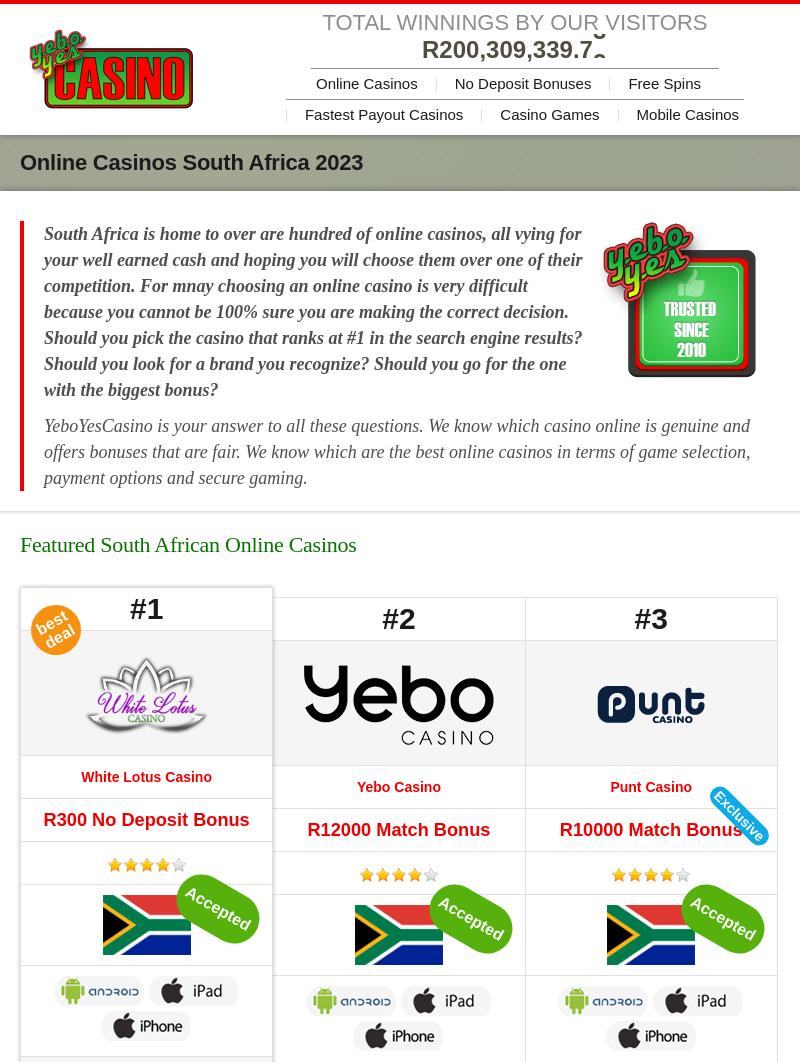 The width and height of the screenshot is (800, 1062). What do you see at coordinates (57, 636) in the screenshot?
I see `'deal'` at bounding box center [57, 636].